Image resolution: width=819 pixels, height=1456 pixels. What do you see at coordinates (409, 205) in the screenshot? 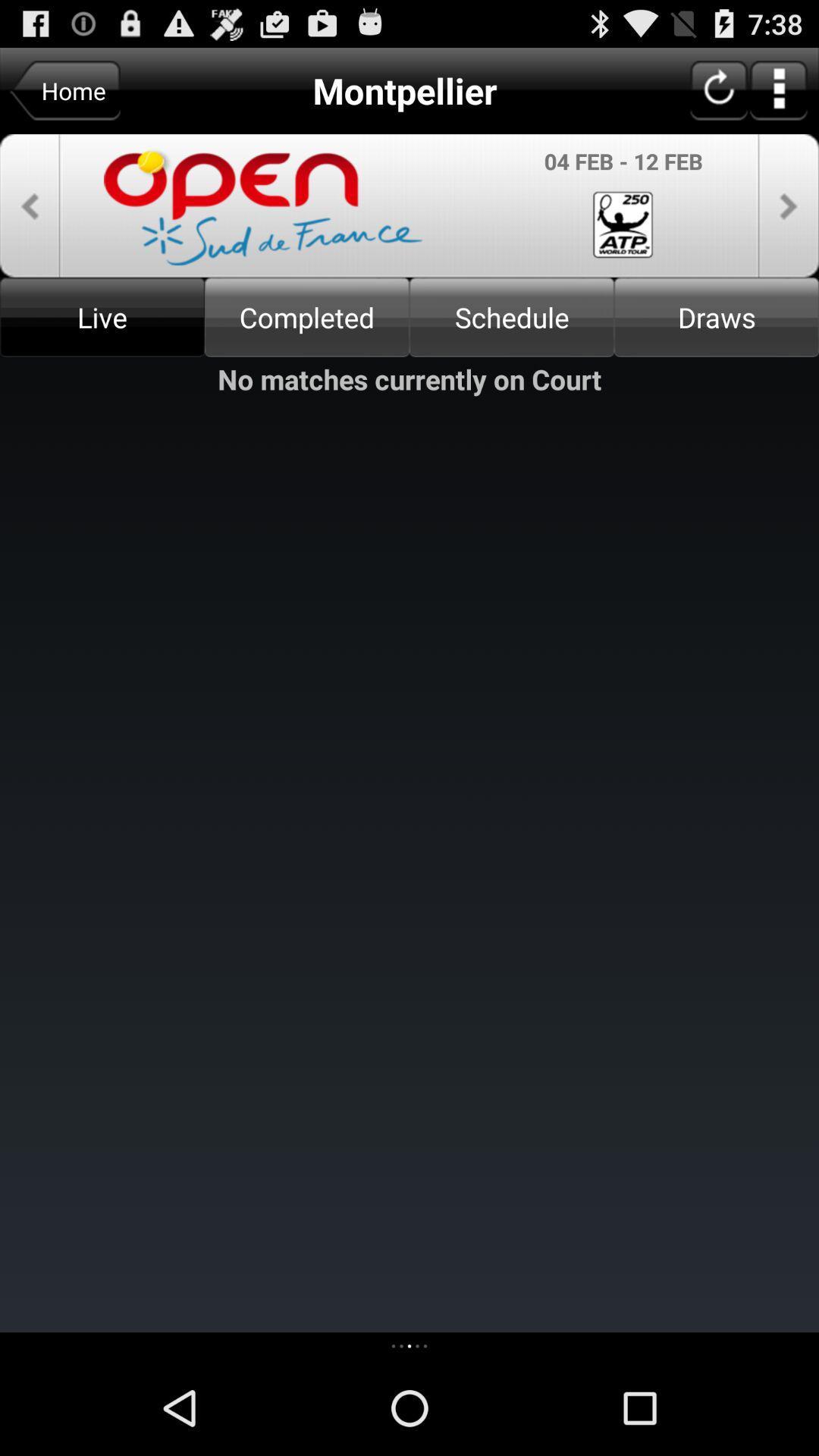
I see `the image above live` at bounding box center [409, 205].